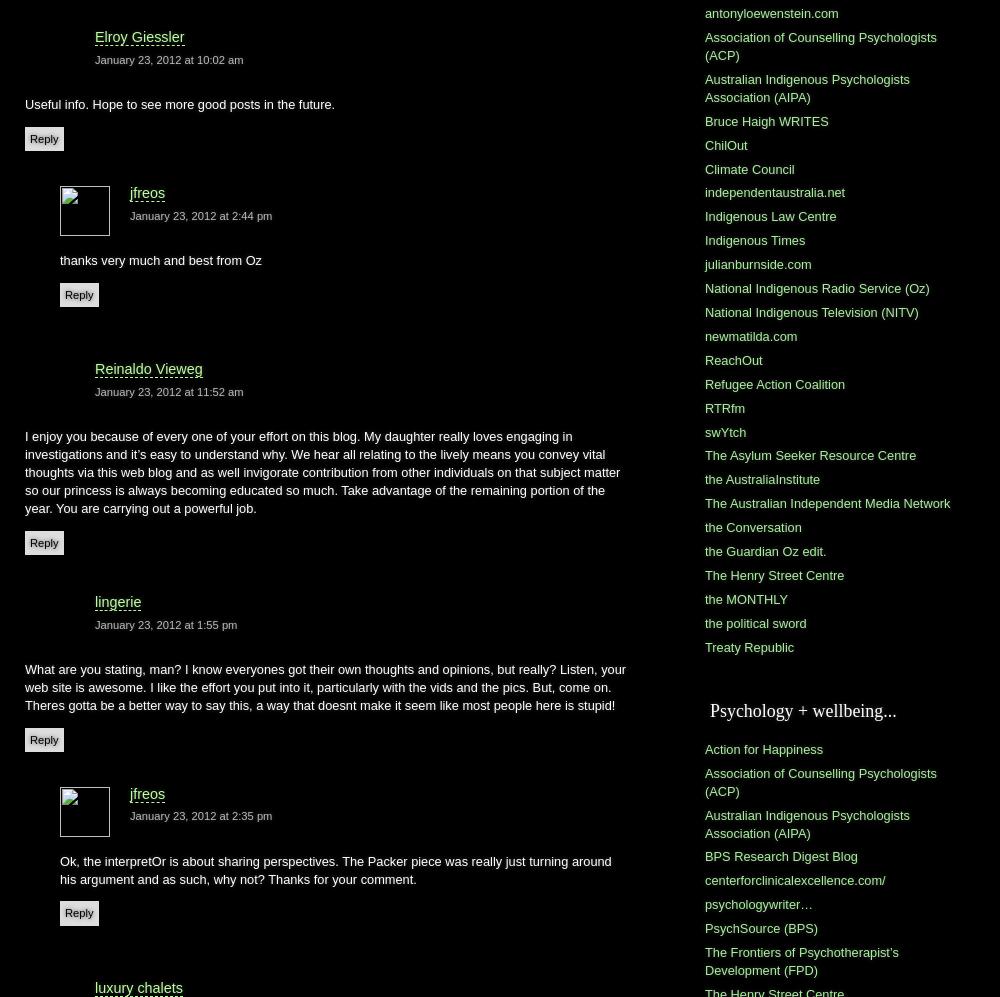 This screenshot has height=997, width=1000. What do you see at coordinates (704, 216) in the screenshot?
I see `'Indigenous Law Centre'` at bounding box center [704, 216].